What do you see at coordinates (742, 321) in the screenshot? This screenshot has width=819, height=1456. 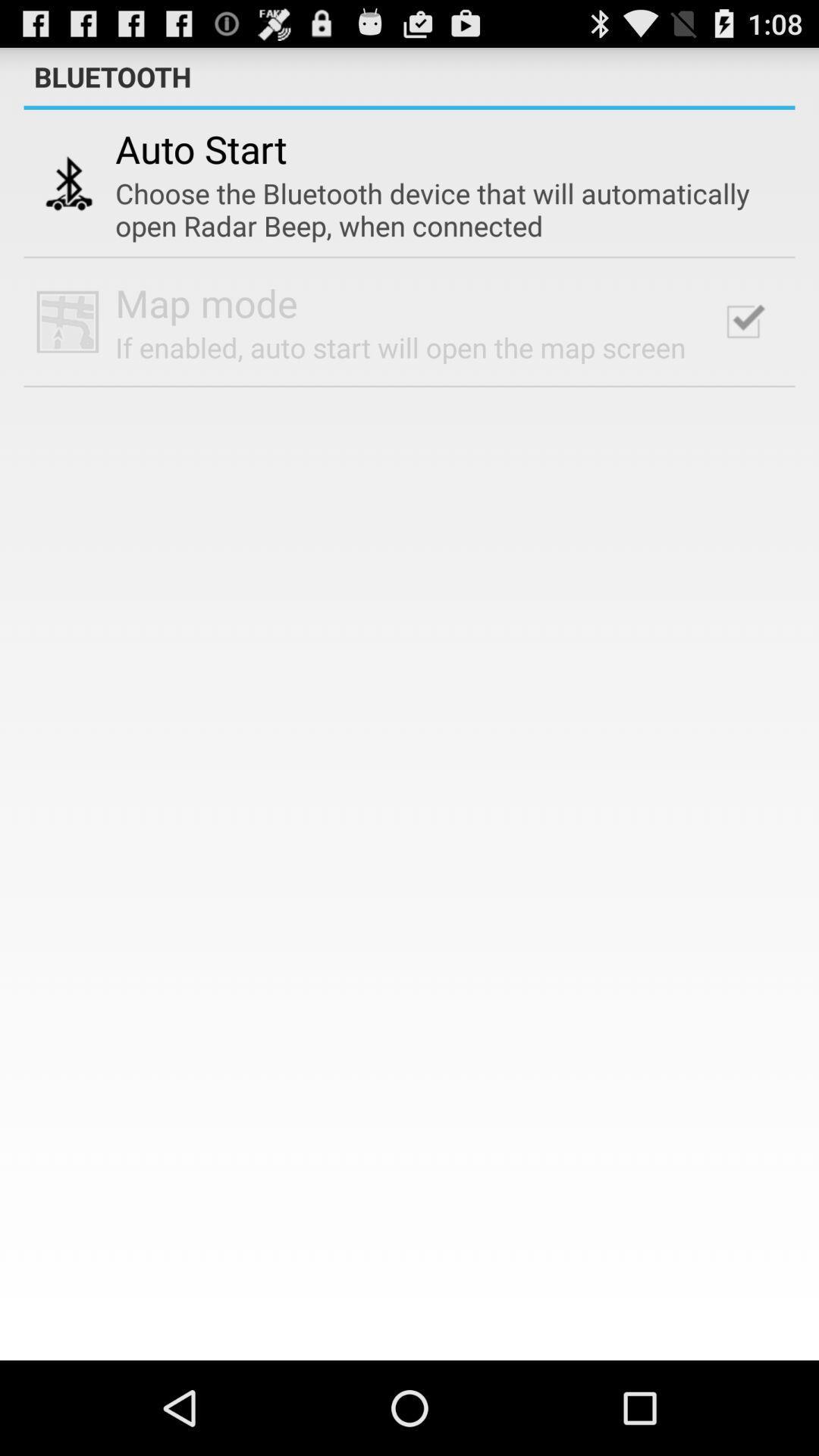 I see `the item next to the if enabled auto icon` at bounding box center [742, 321].